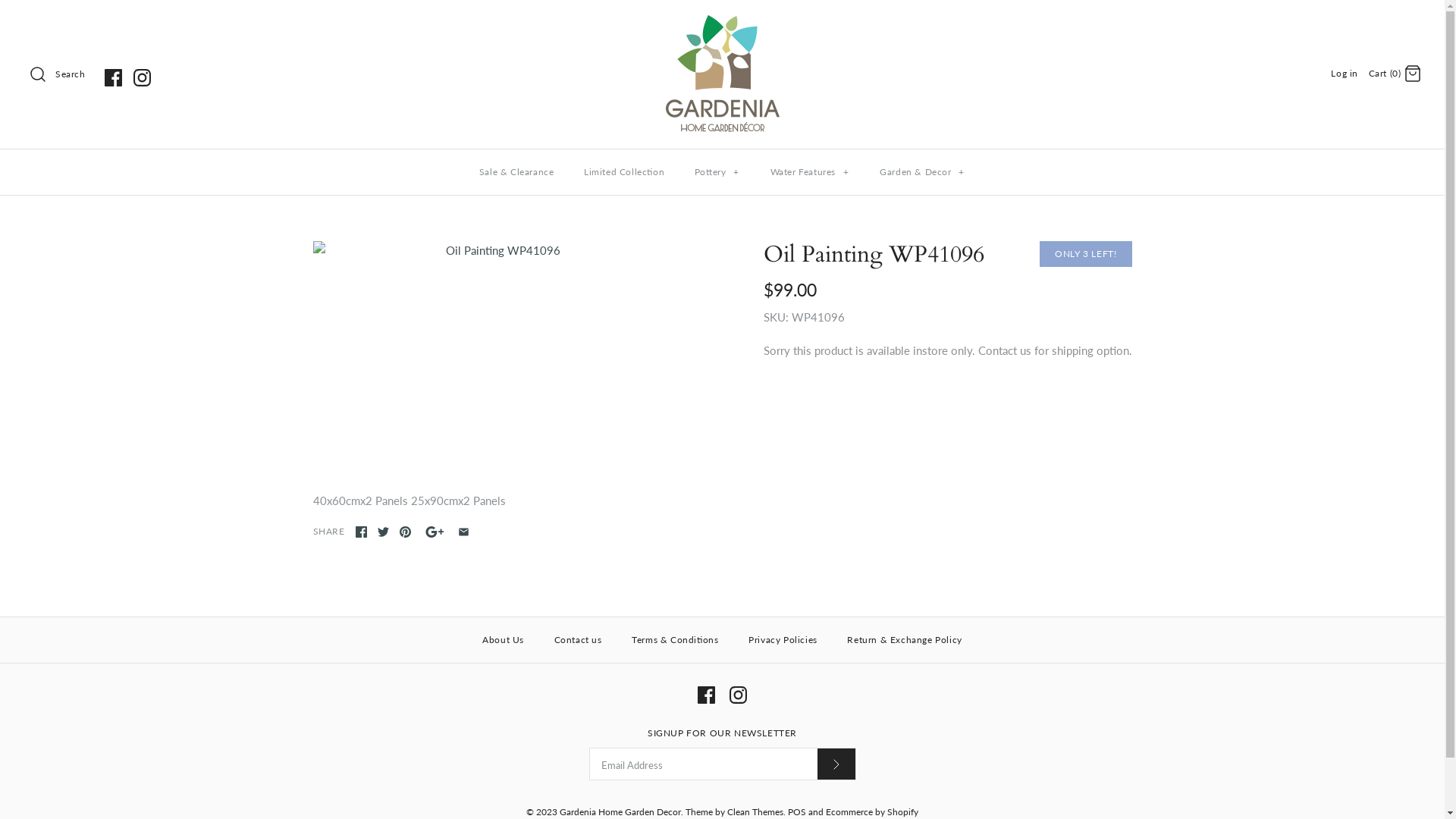 Image resolution: width=1456 pixels, height=819 pixels. I want to click on 'Ecommerce by Shopify', so click(825, 811).